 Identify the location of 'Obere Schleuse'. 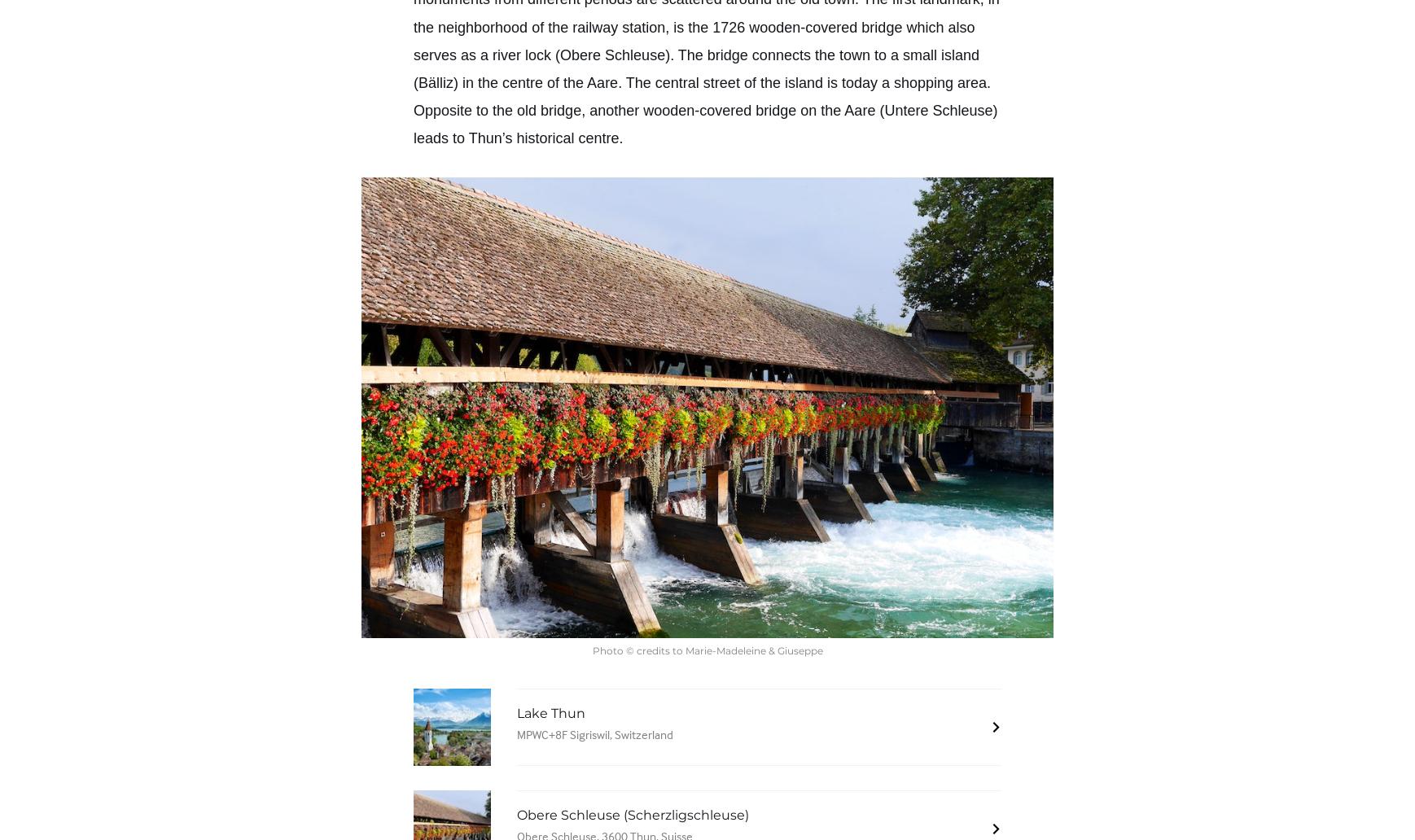
(612, 54).